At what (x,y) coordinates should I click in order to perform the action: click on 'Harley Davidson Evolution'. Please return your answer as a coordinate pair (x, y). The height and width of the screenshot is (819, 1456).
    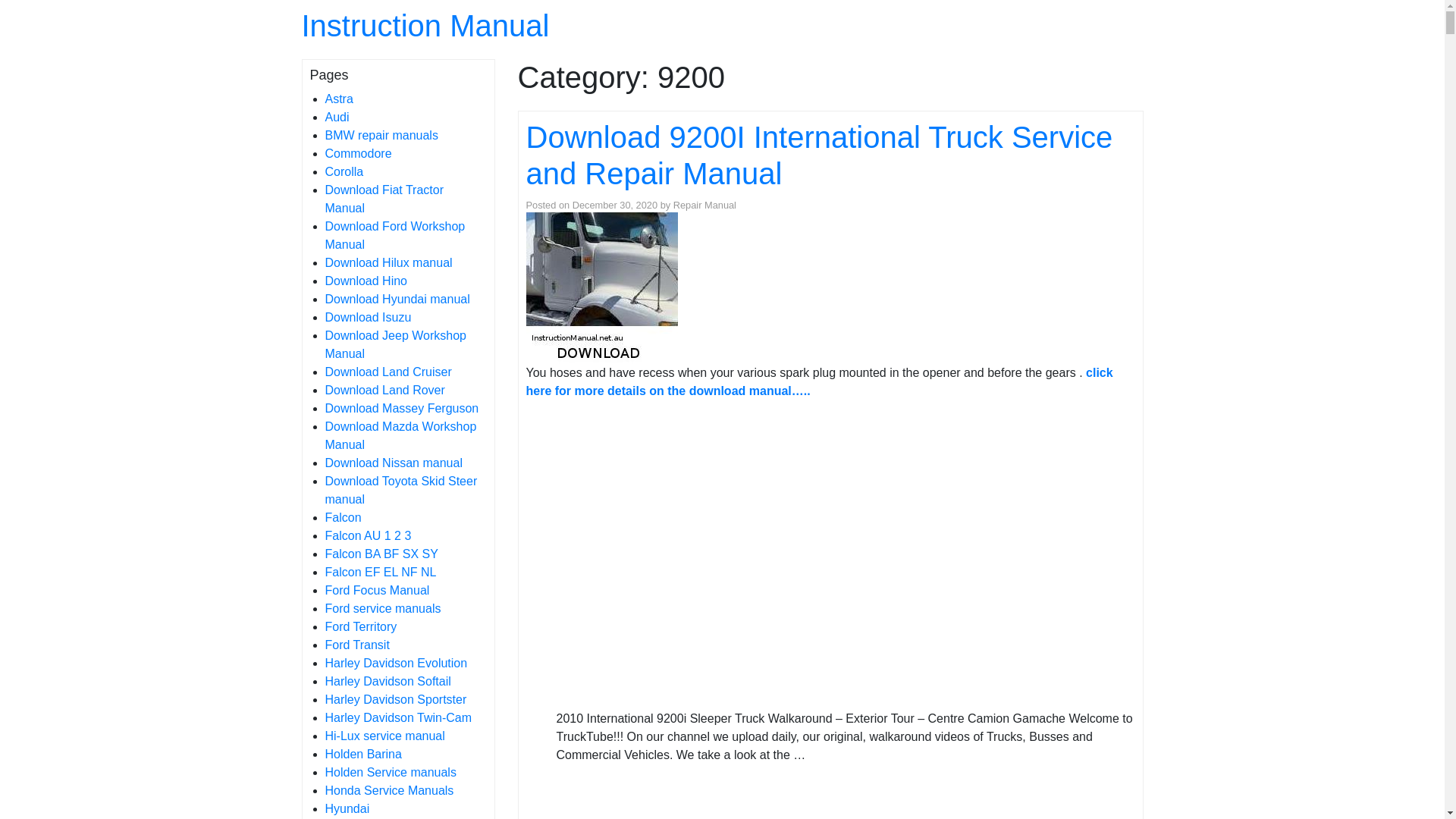
    Looking at the image, I should click on (323, 662).